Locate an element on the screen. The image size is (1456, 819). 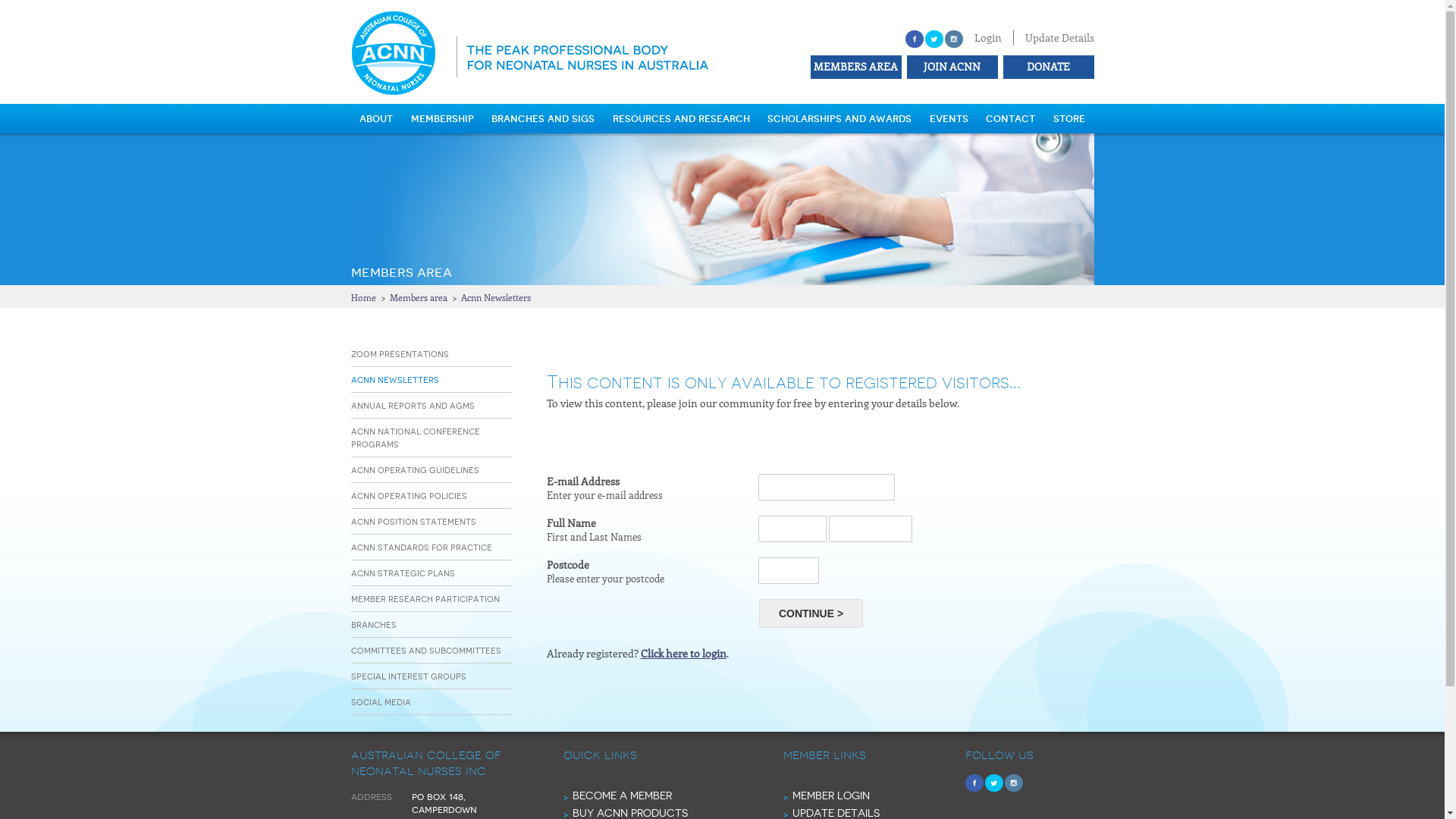
'UPDATE DETAILS' is located at coordinates (834, 812).